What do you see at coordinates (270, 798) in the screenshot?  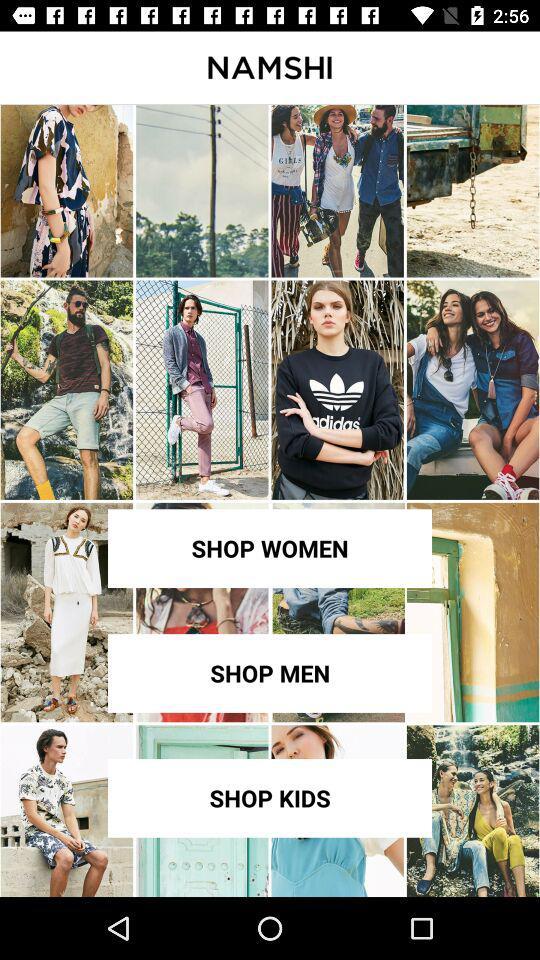 I see `the item below the shop men icon` at bounding box center [270, 798].